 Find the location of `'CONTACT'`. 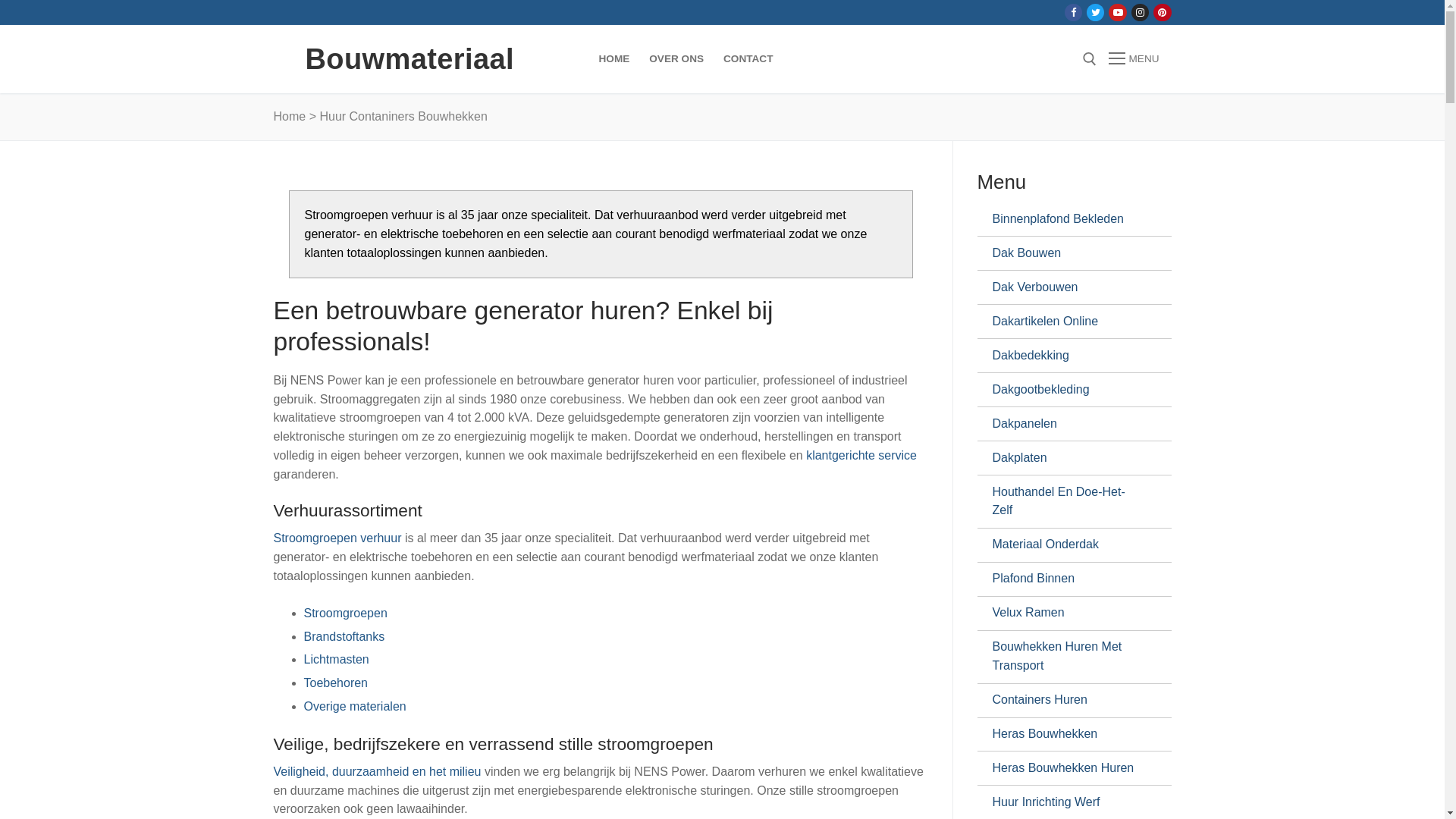

'CONTACT' is located at coordinates (712, 58).